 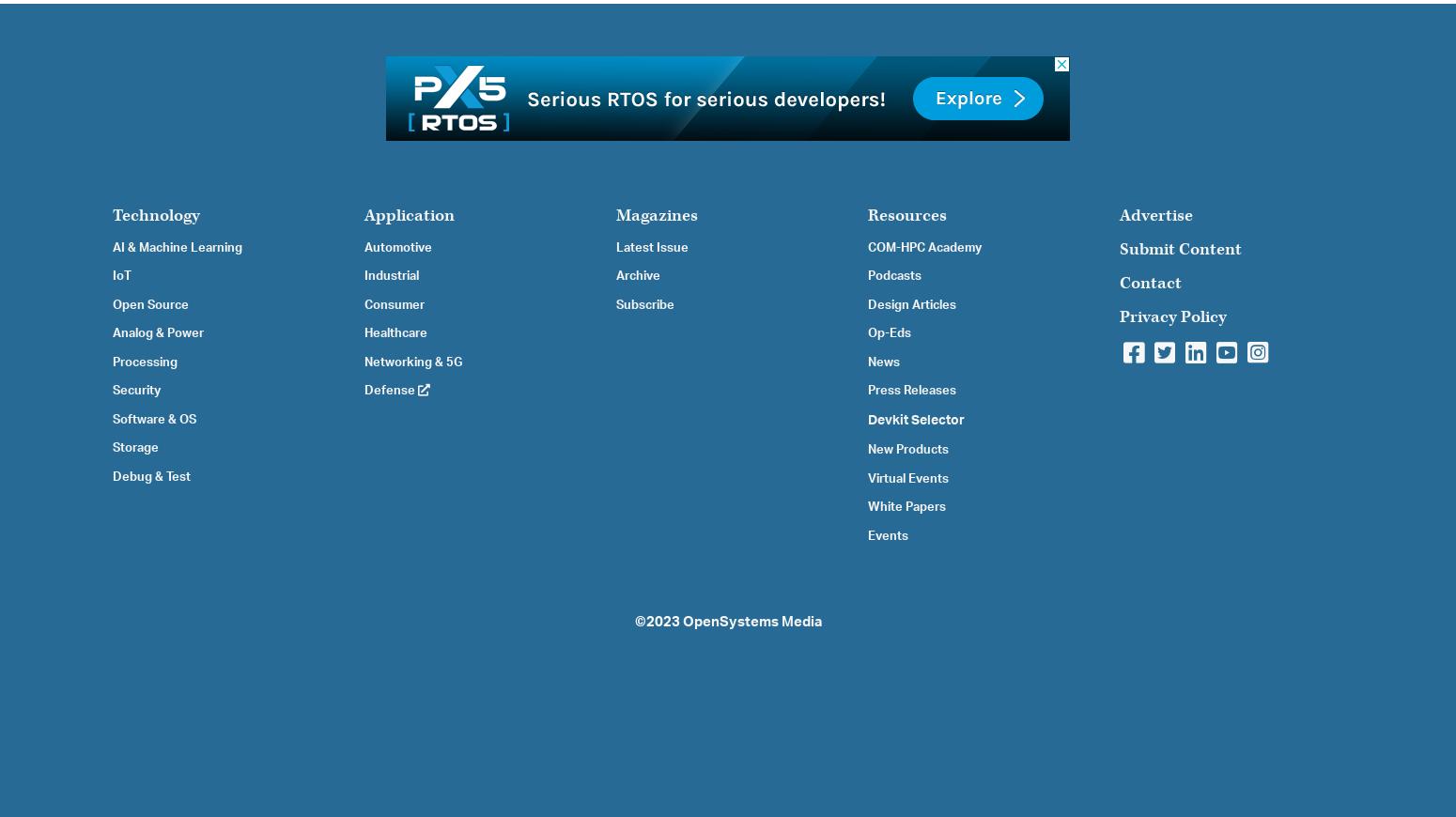 I want to click on 'Podcasts', so click(x=893, y=275).